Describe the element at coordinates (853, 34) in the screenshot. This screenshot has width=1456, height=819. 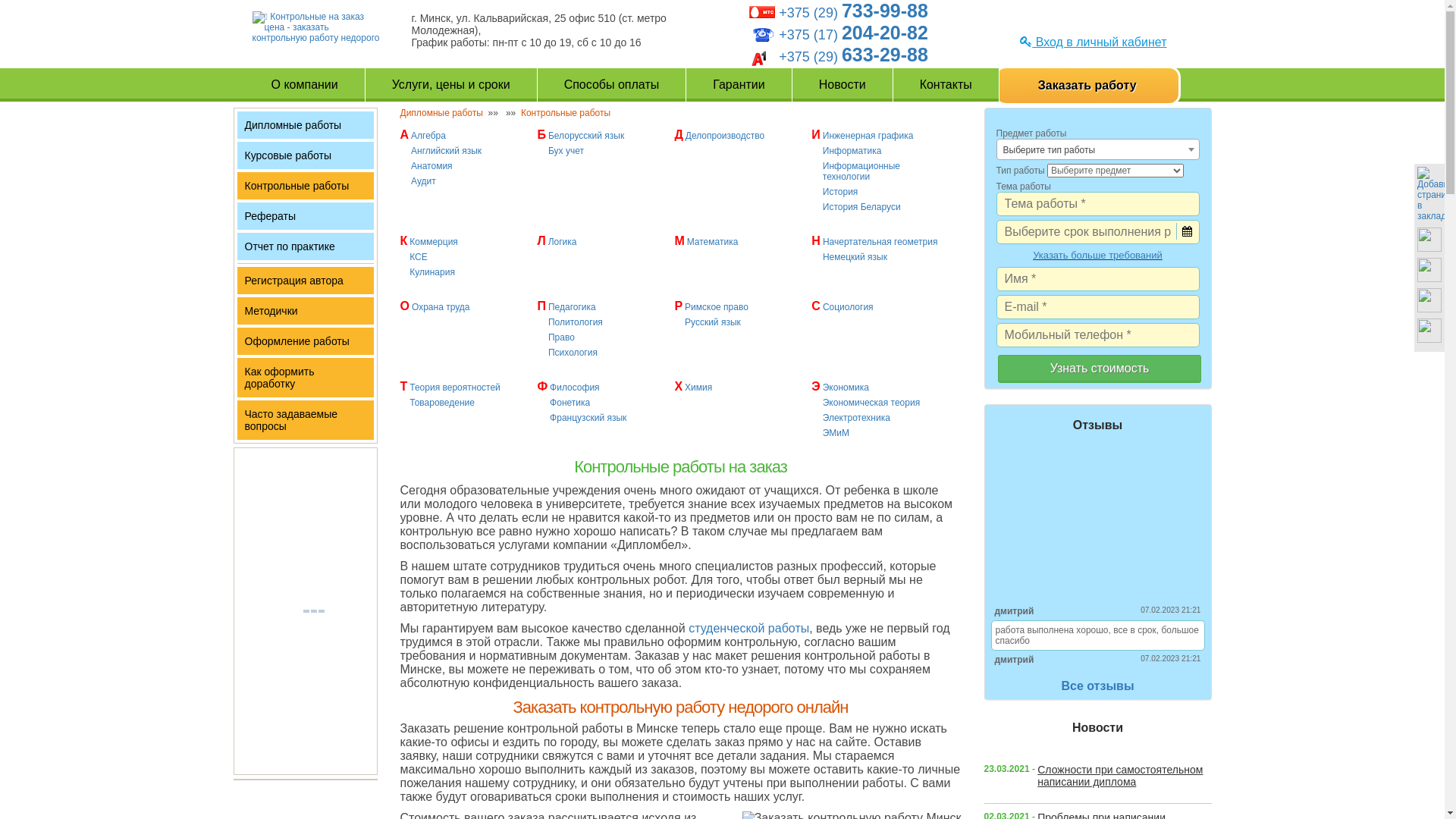
I see `'+375 (17) 204-20-82'` at that location.